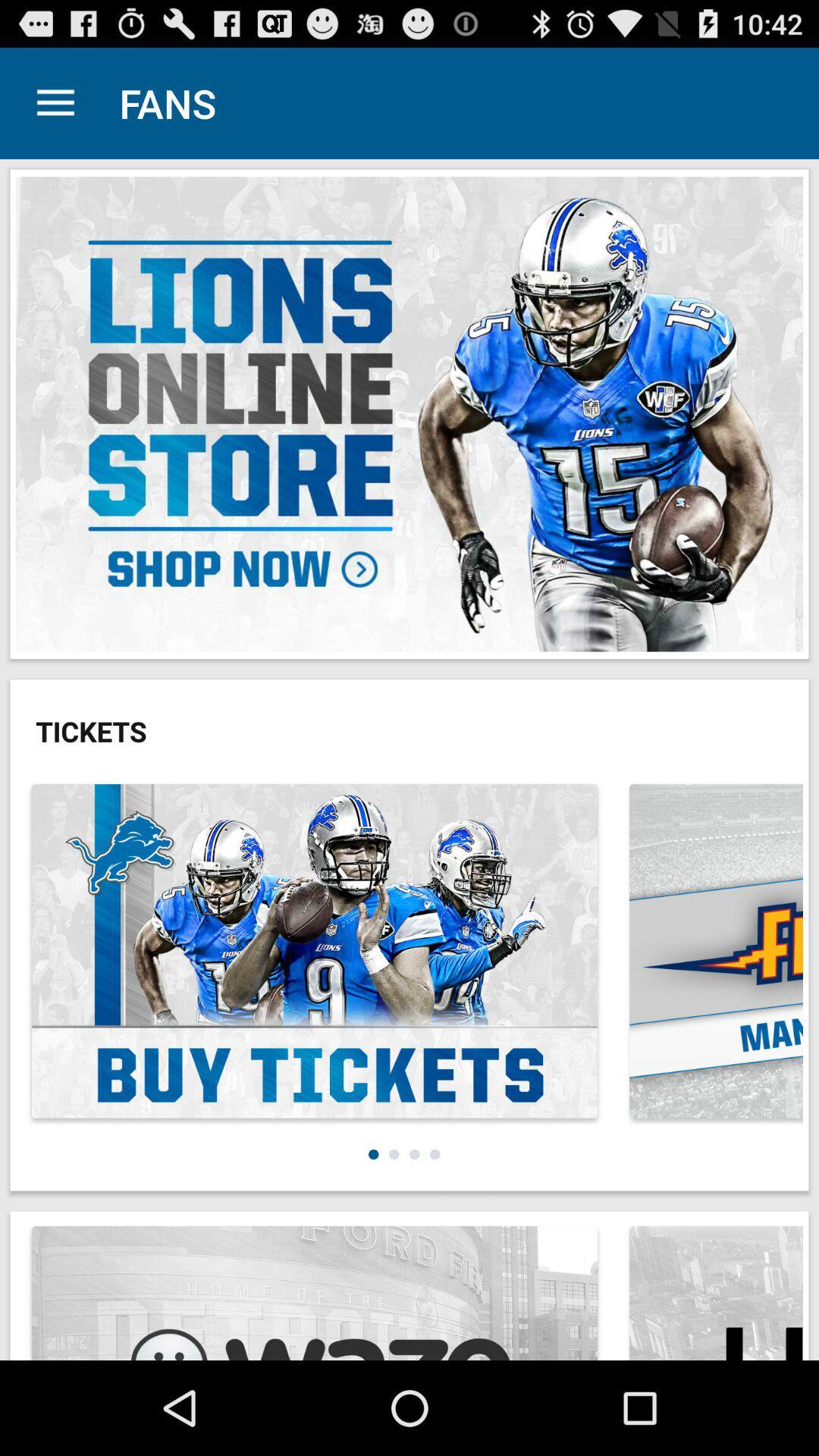  Describe the element at coordinates (55, 102) in the screenshot. I see `app next to the fans` at that location.